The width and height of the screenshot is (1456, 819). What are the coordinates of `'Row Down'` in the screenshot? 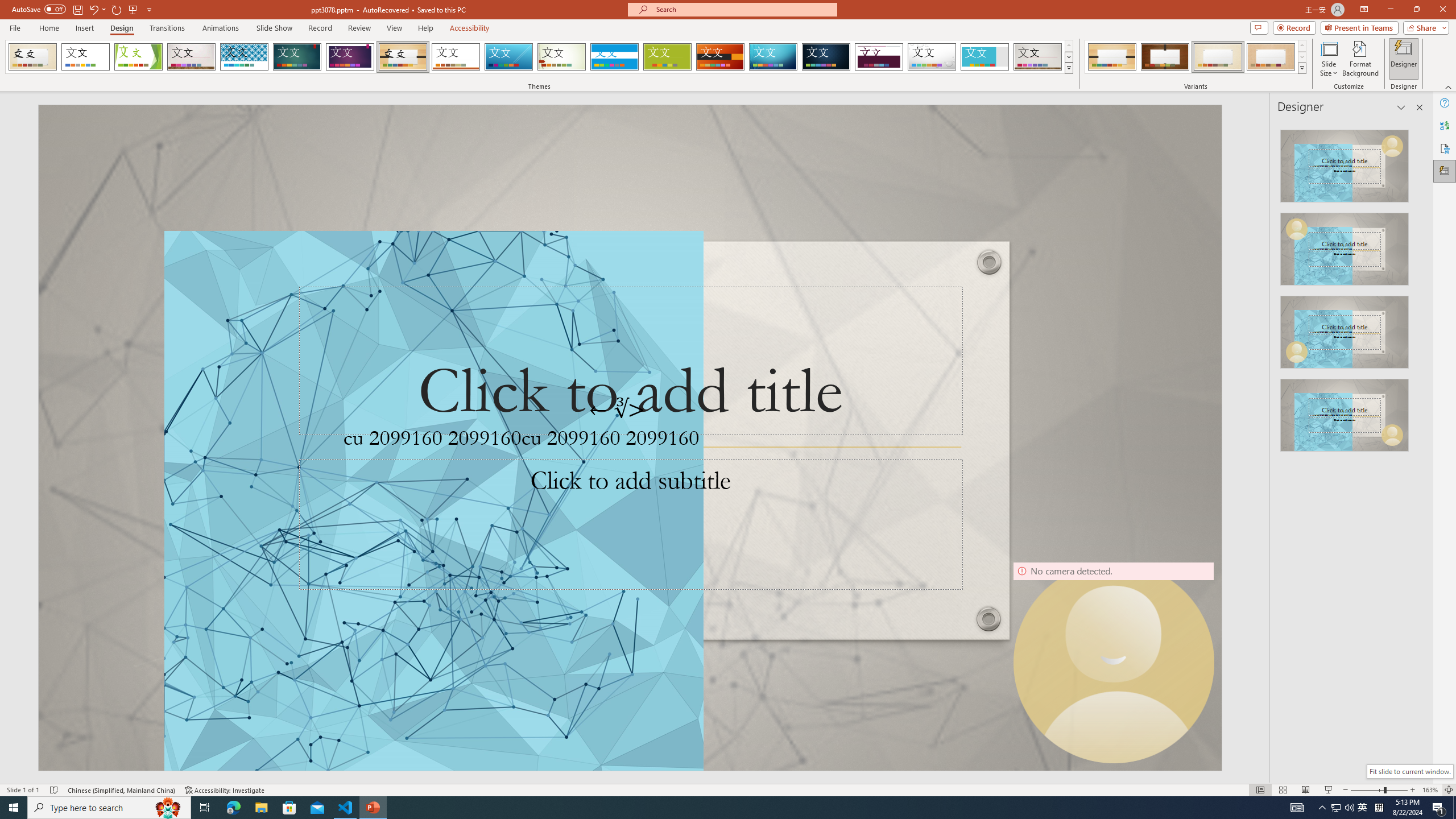 It's located at (1301, 56).